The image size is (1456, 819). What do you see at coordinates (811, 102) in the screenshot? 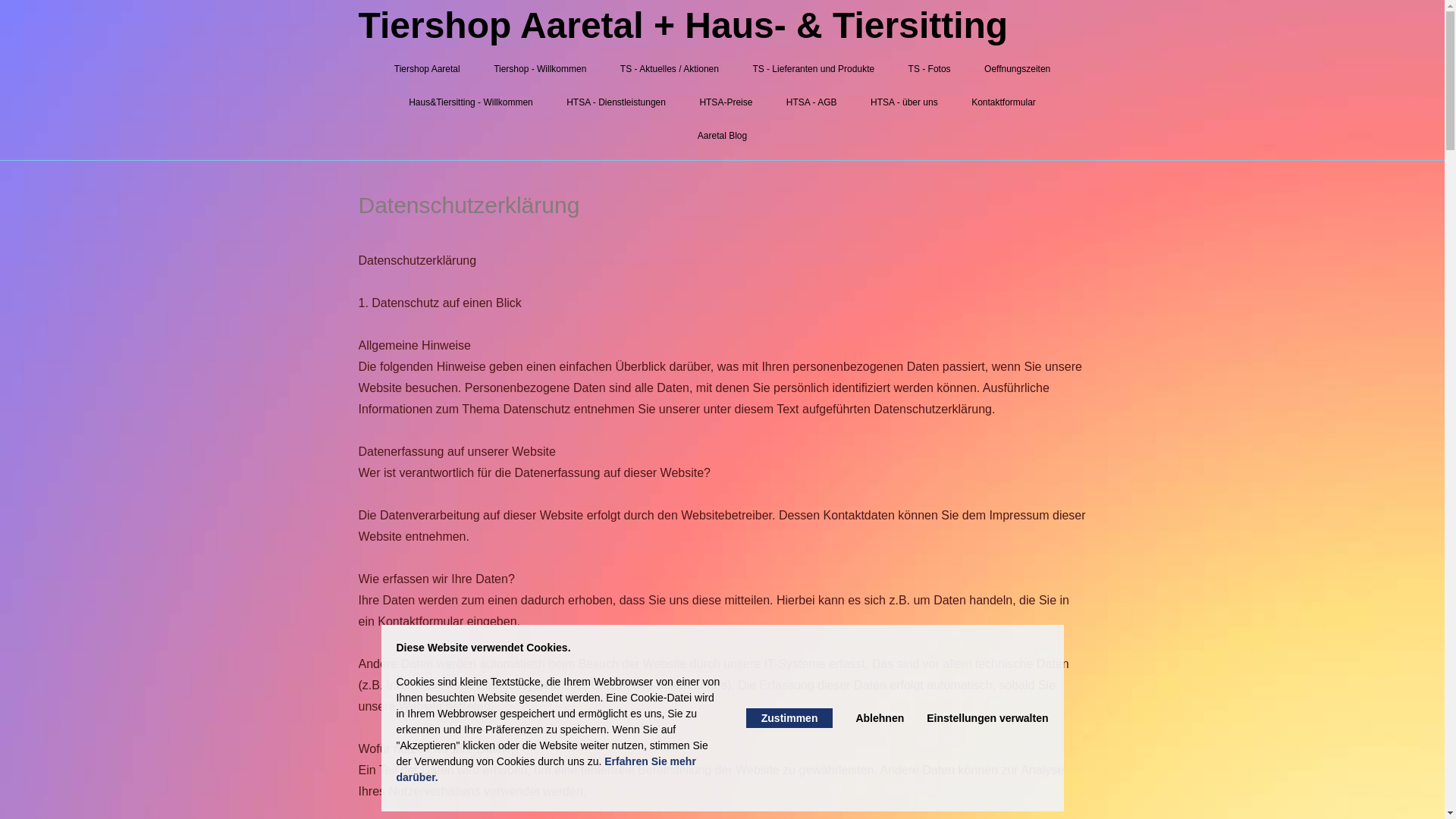
I see `'HTSA - AGB'` at bounding box center [811, 102].